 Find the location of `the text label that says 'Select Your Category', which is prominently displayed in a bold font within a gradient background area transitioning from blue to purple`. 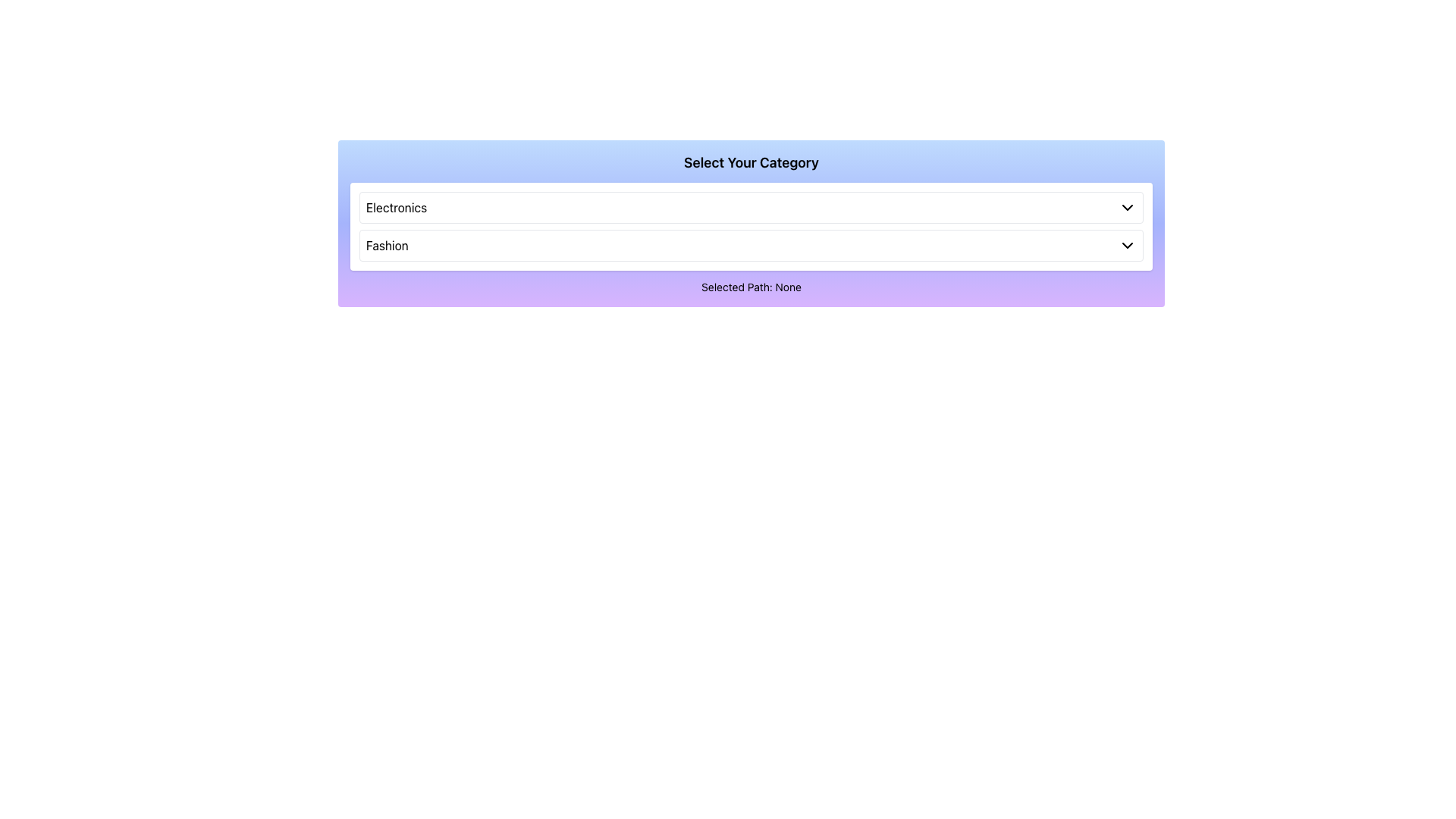

the text label that says 'Select Your Category', which is prominently displayed in a bold font within a gradient background area transitioning from blue to purple is located at coordinates (751, 163).